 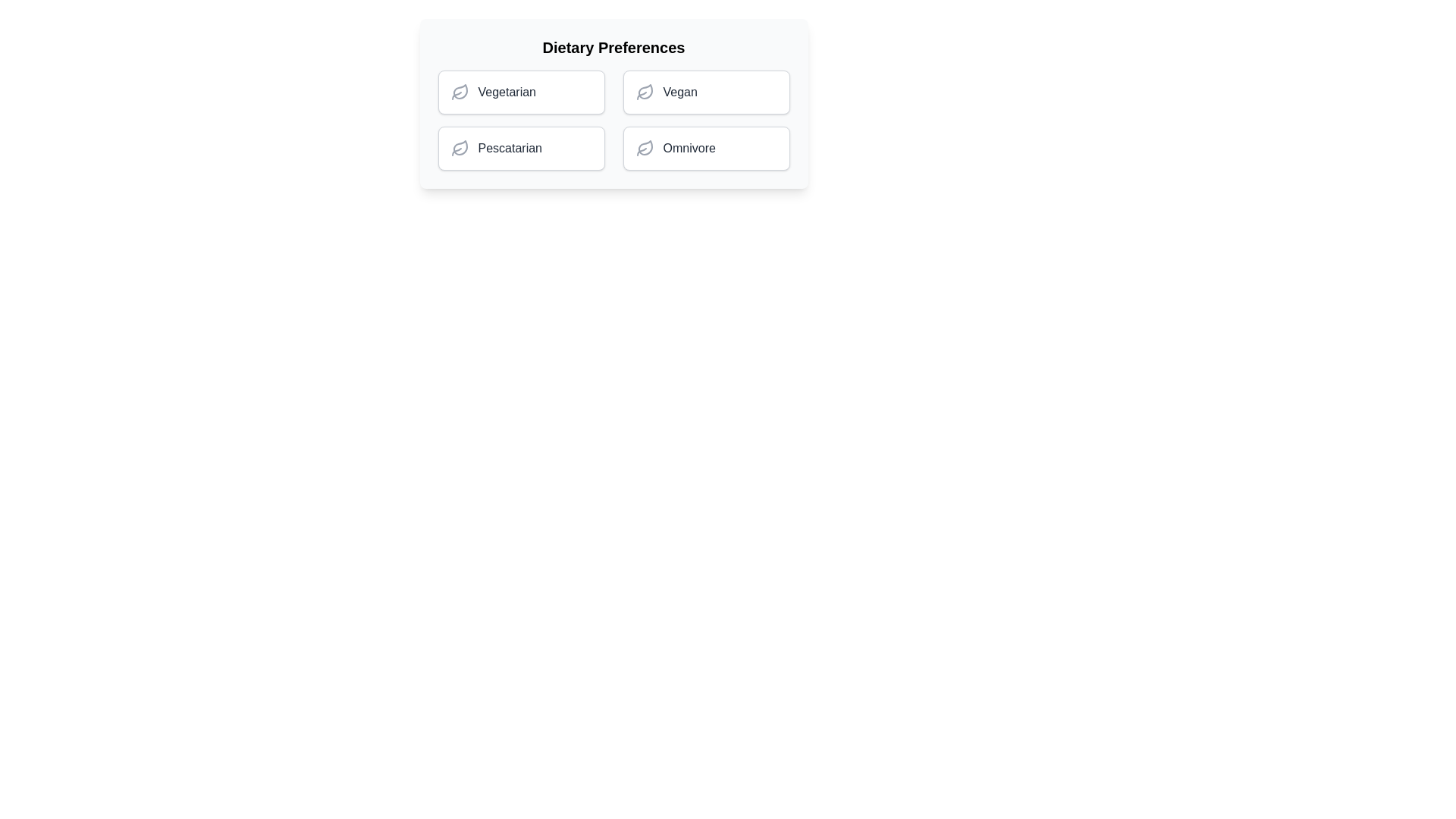 What do you see at coordinates (645, 93) in the screenshot?
I see `the Vegan dietary preference icon located in the top-right button of a 2x2 grid within the 'Dietary Preferences' section, immediately left of the text 'Vegan'` at bounding box center [645, 93].